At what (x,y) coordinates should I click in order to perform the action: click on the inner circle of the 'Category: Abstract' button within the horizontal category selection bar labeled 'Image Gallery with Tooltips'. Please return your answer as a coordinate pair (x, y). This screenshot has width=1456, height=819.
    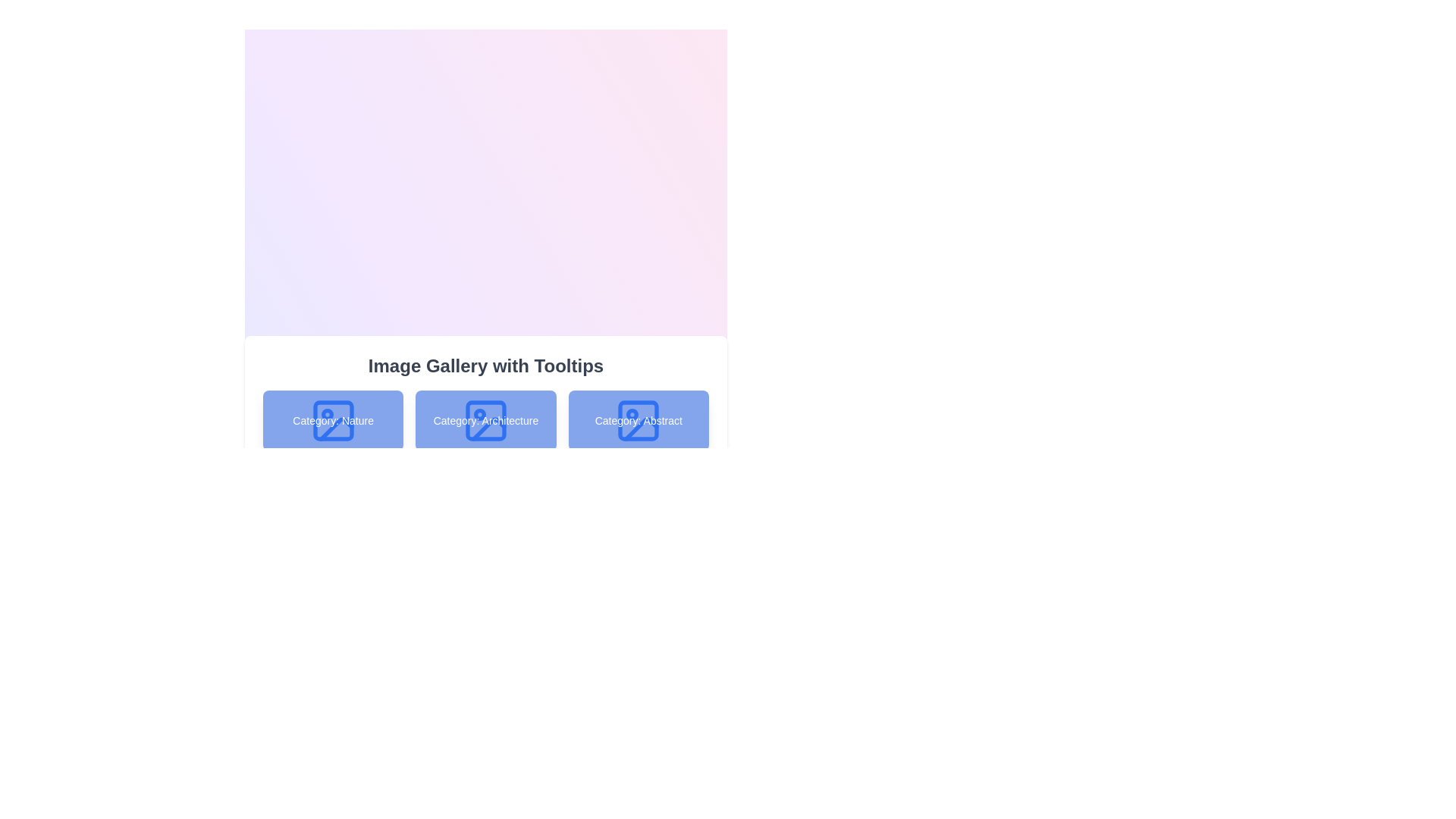
    Looking at the image, I should click on (632, 415).